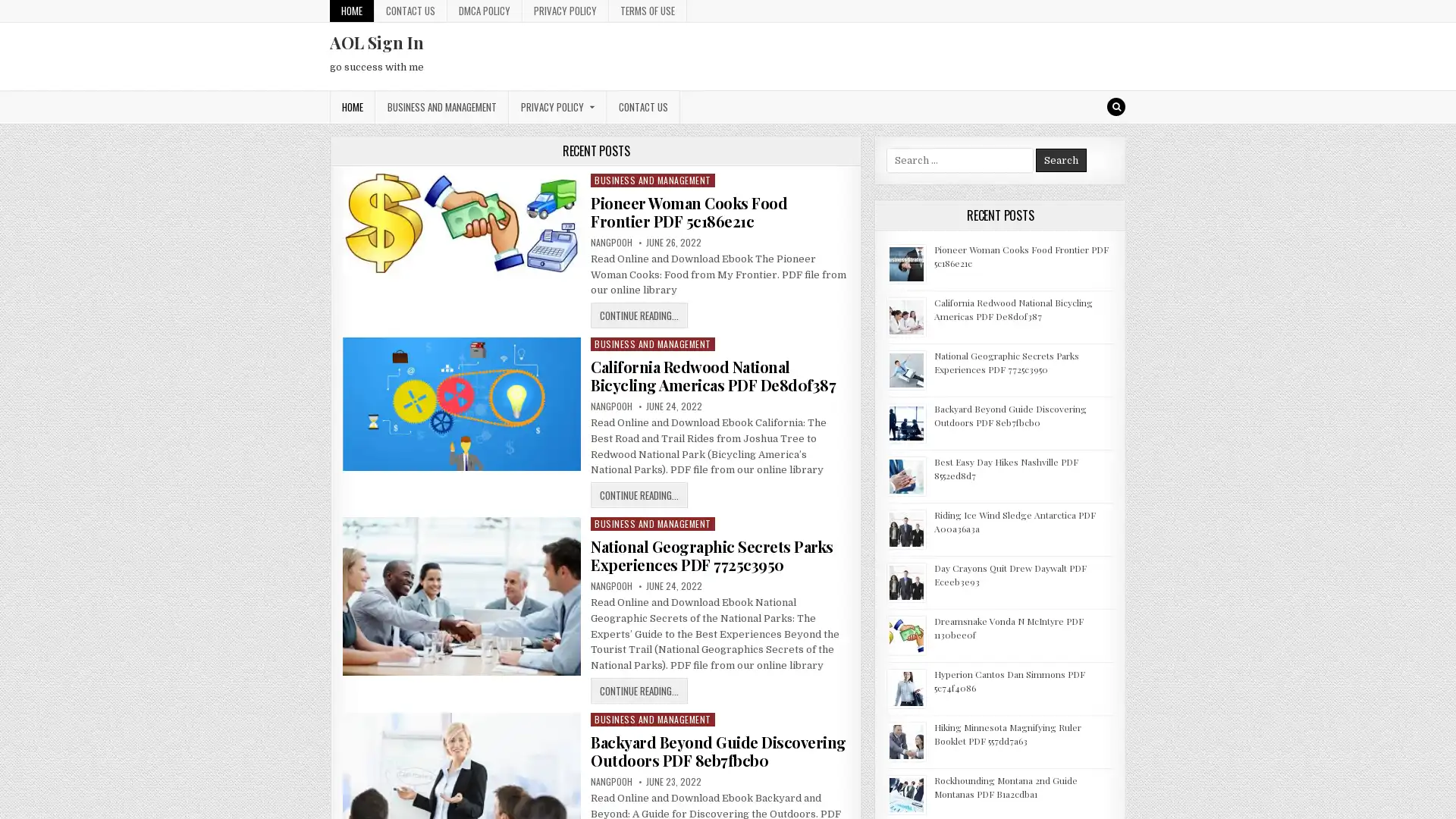 The width and height of the screenshot is (1456, 819). What do you see at coordinates (1060, 160) in the screenshot?
I see `Search` at bounding box center [1060, 160].